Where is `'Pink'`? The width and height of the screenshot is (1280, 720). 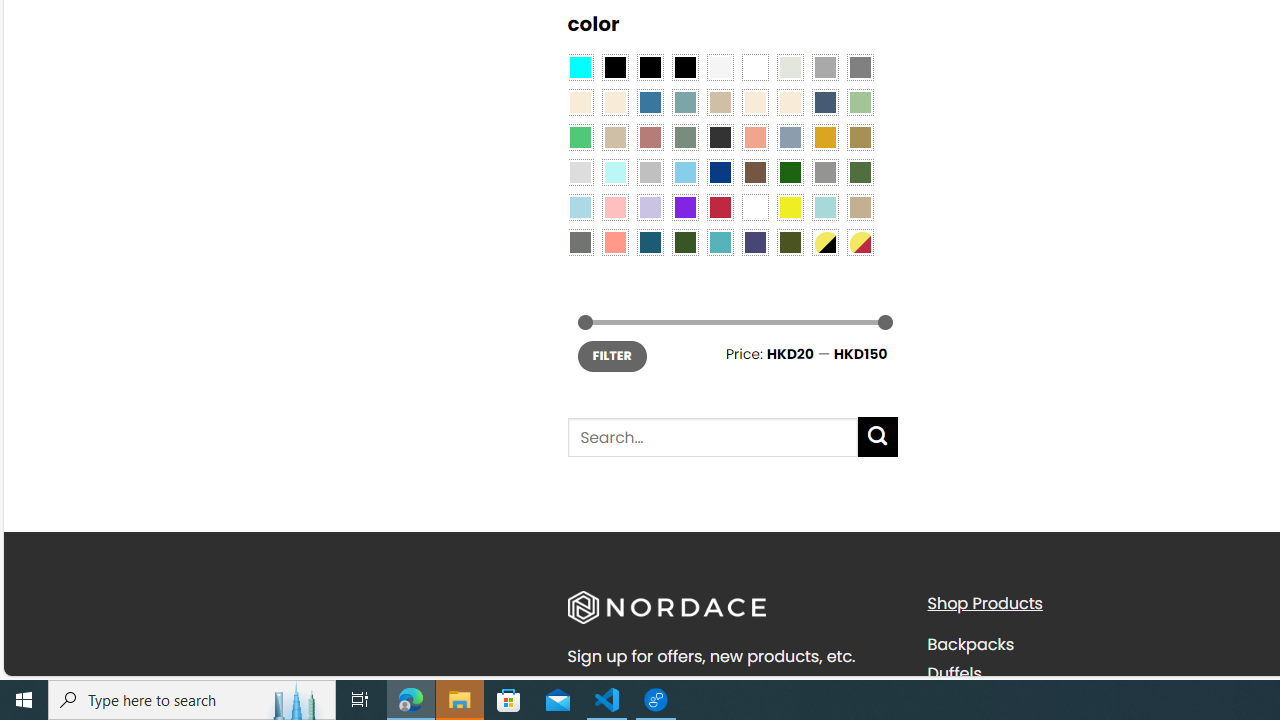 'Pink' is located at coordinates (614, 208).